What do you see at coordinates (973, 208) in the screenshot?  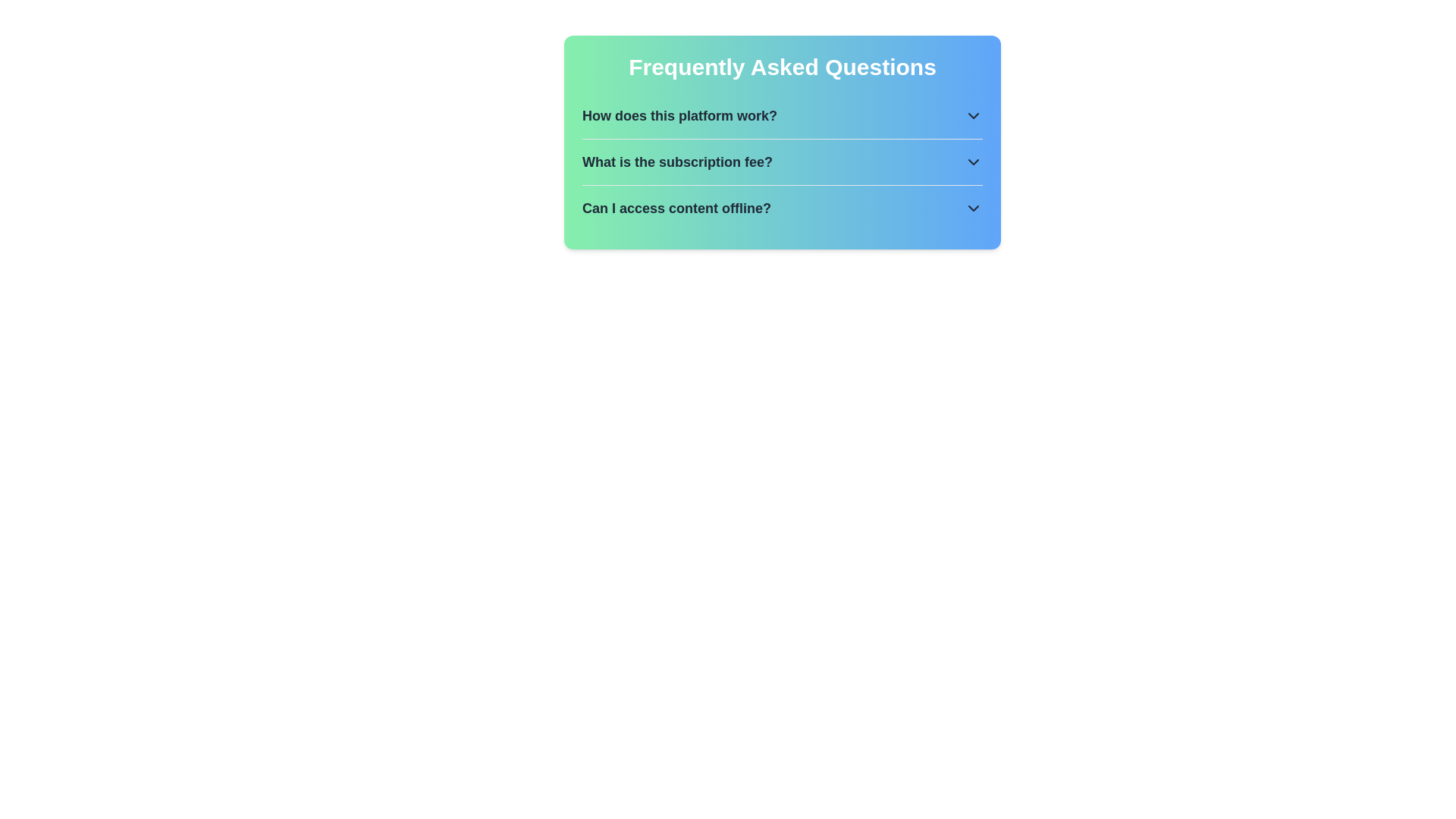 I see `the Dropdown indicator / Caret icon for the FAQ item 'Can I access content offline?'. This element is located to the far right of the text within the FAQ section` at bounding box center [973, 208].